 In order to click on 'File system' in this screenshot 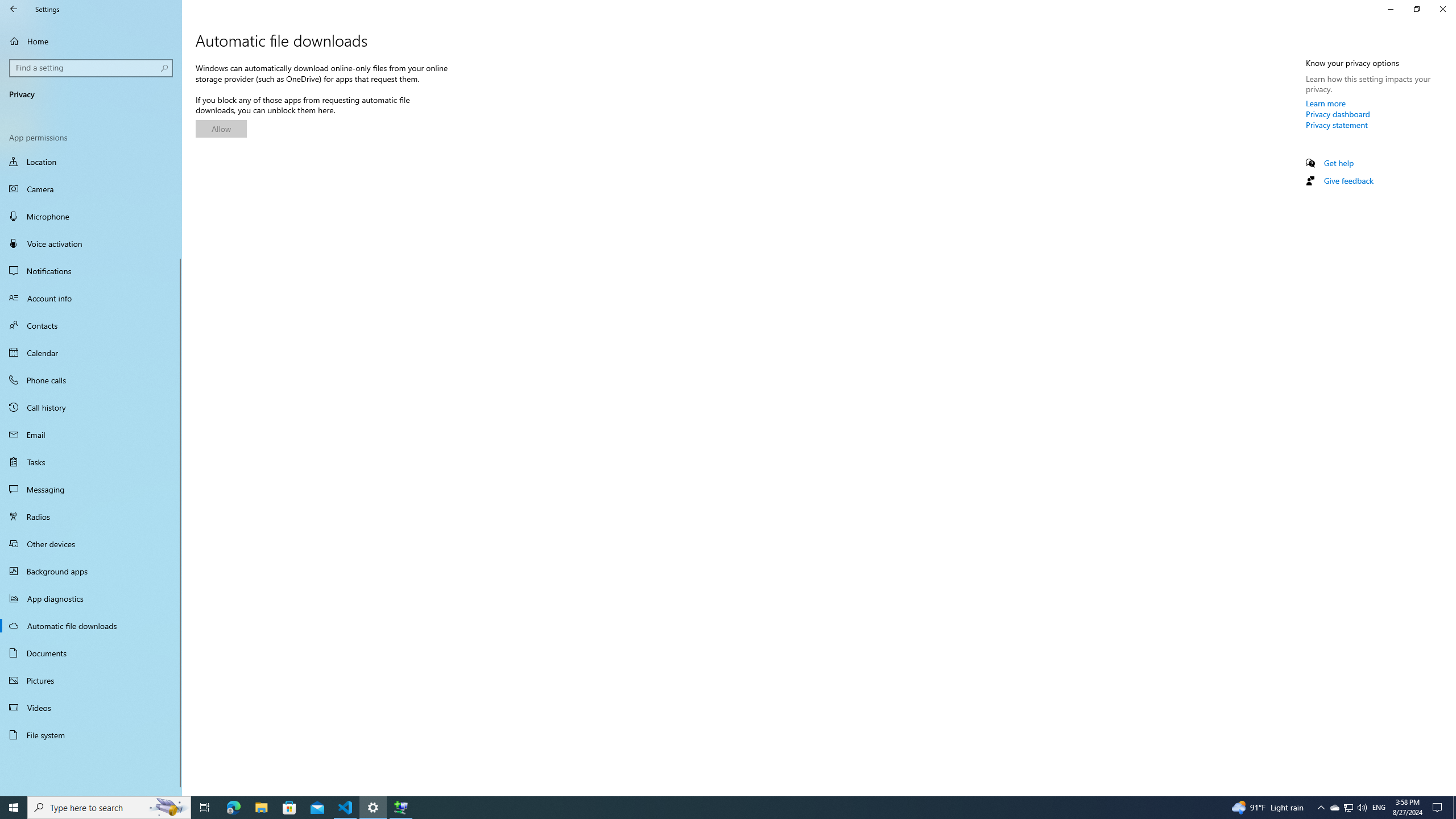, I will do `click(90, 734)`.